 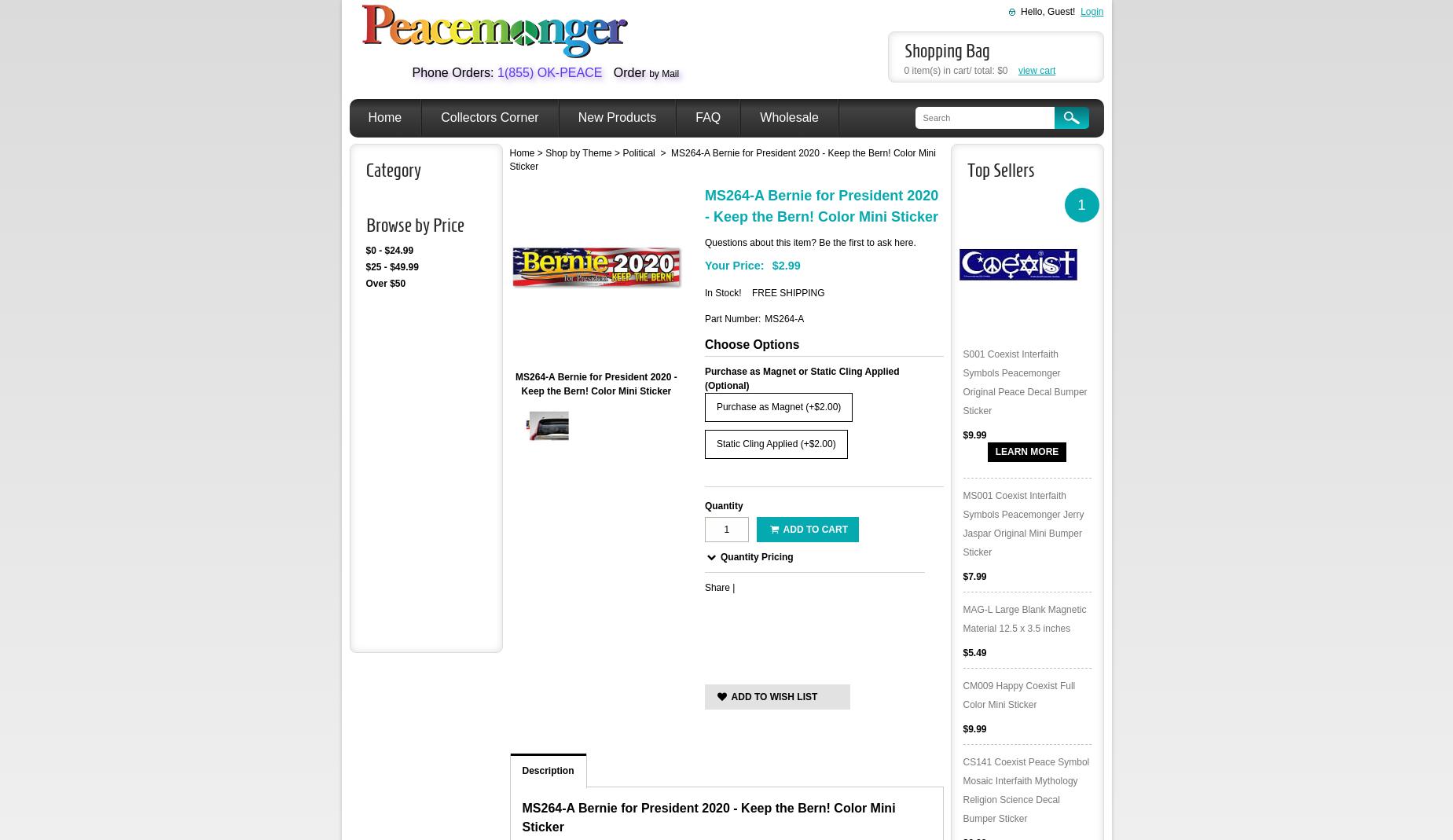 What do you see at coordinates (750, 292) in the screenshot?
I see `'FREE SHIPPING'` at bounding box center [750, 292].